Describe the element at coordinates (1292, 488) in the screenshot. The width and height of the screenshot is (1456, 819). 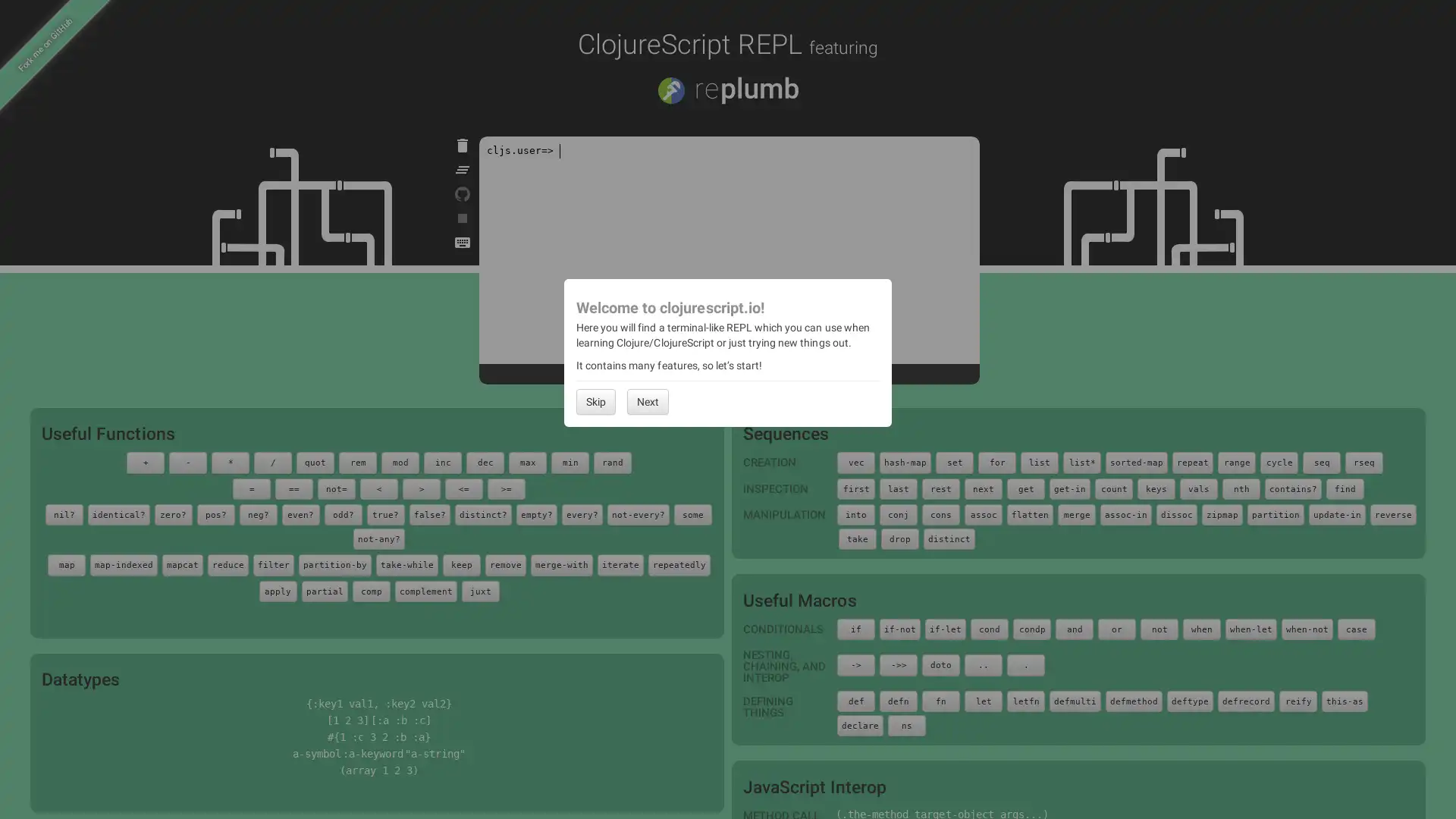
I see `contains?` at that location.